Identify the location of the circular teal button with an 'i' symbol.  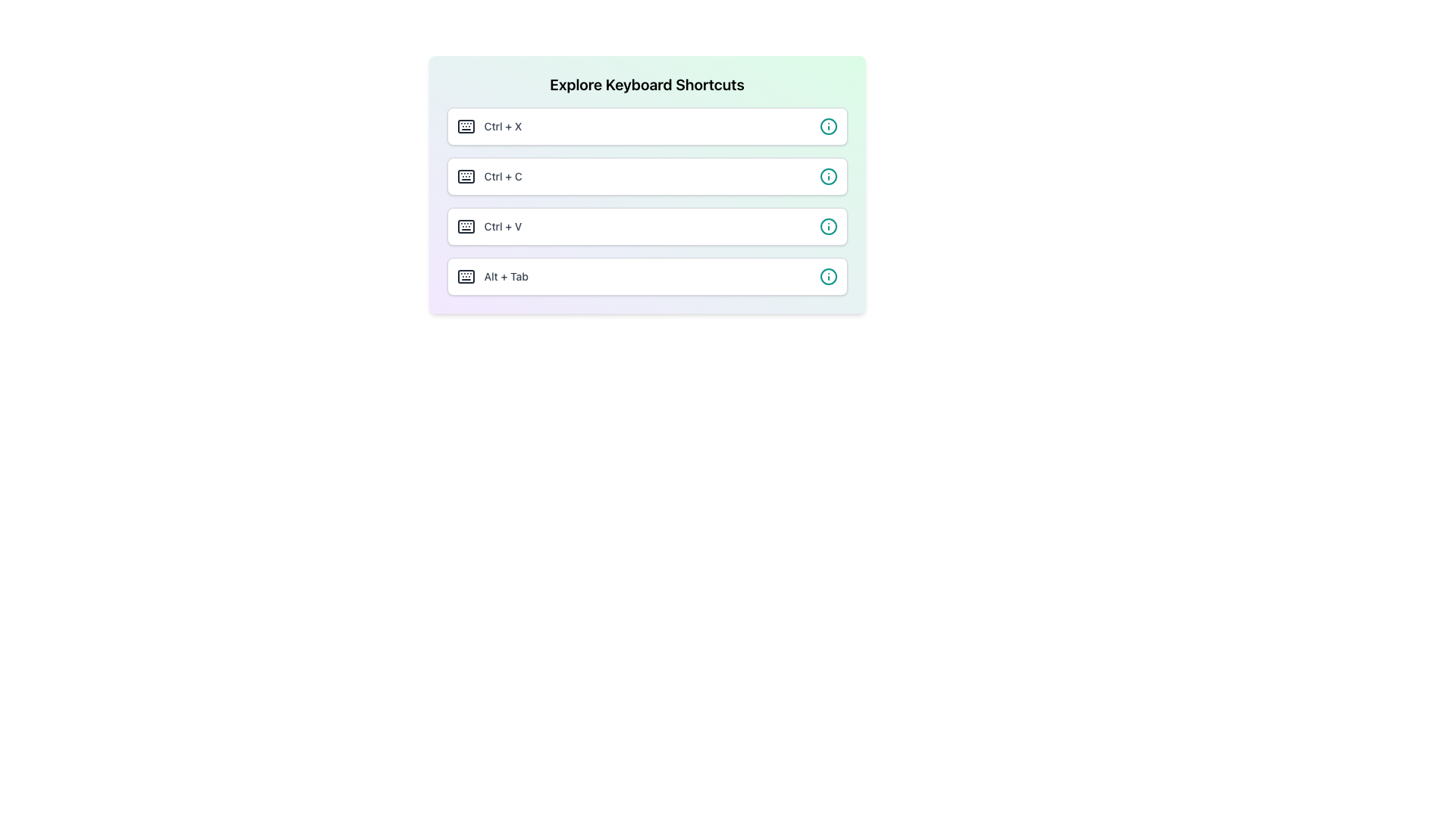
(827, 227).